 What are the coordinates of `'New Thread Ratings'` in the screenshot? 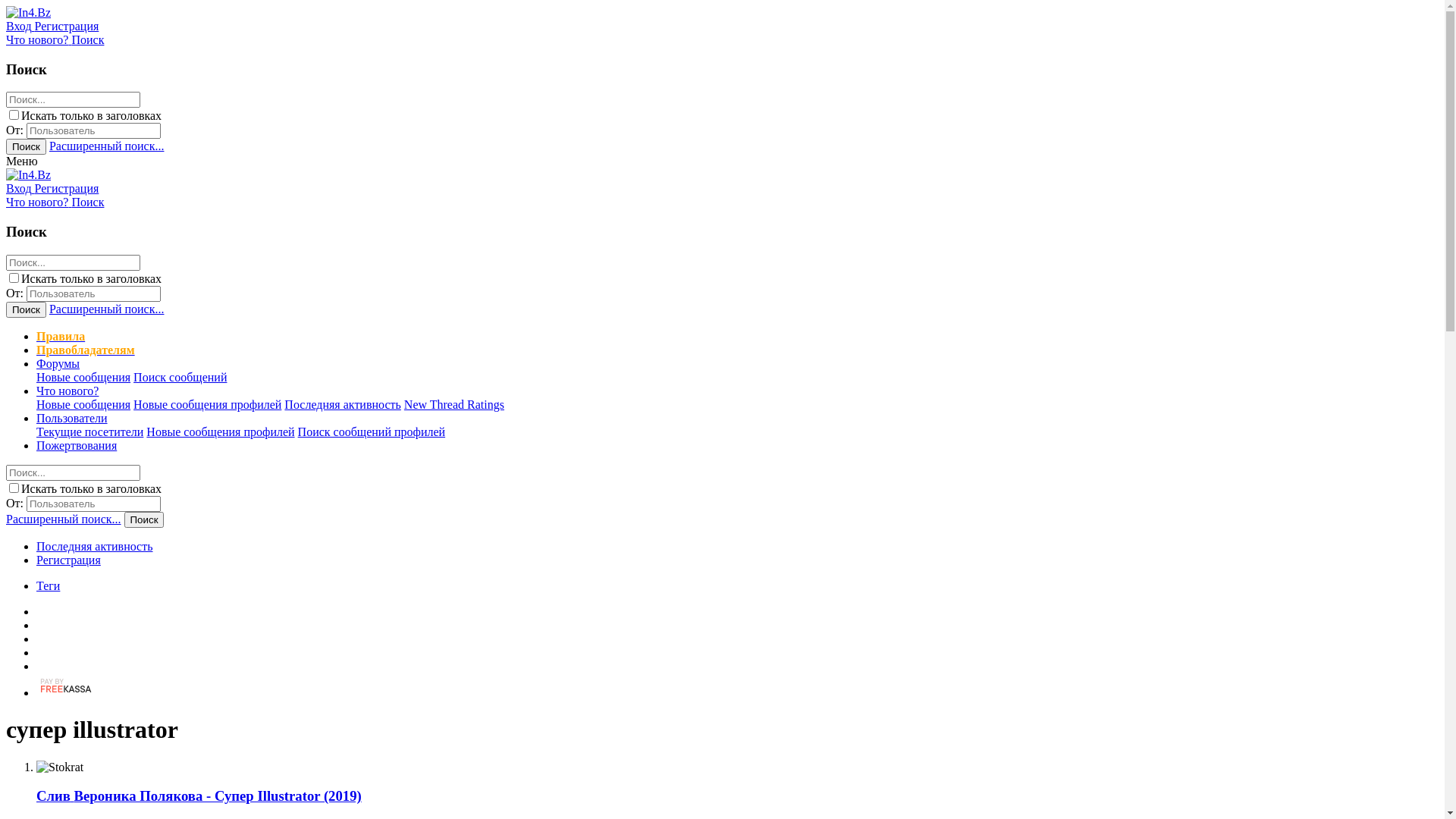 It's located at (403, 403).